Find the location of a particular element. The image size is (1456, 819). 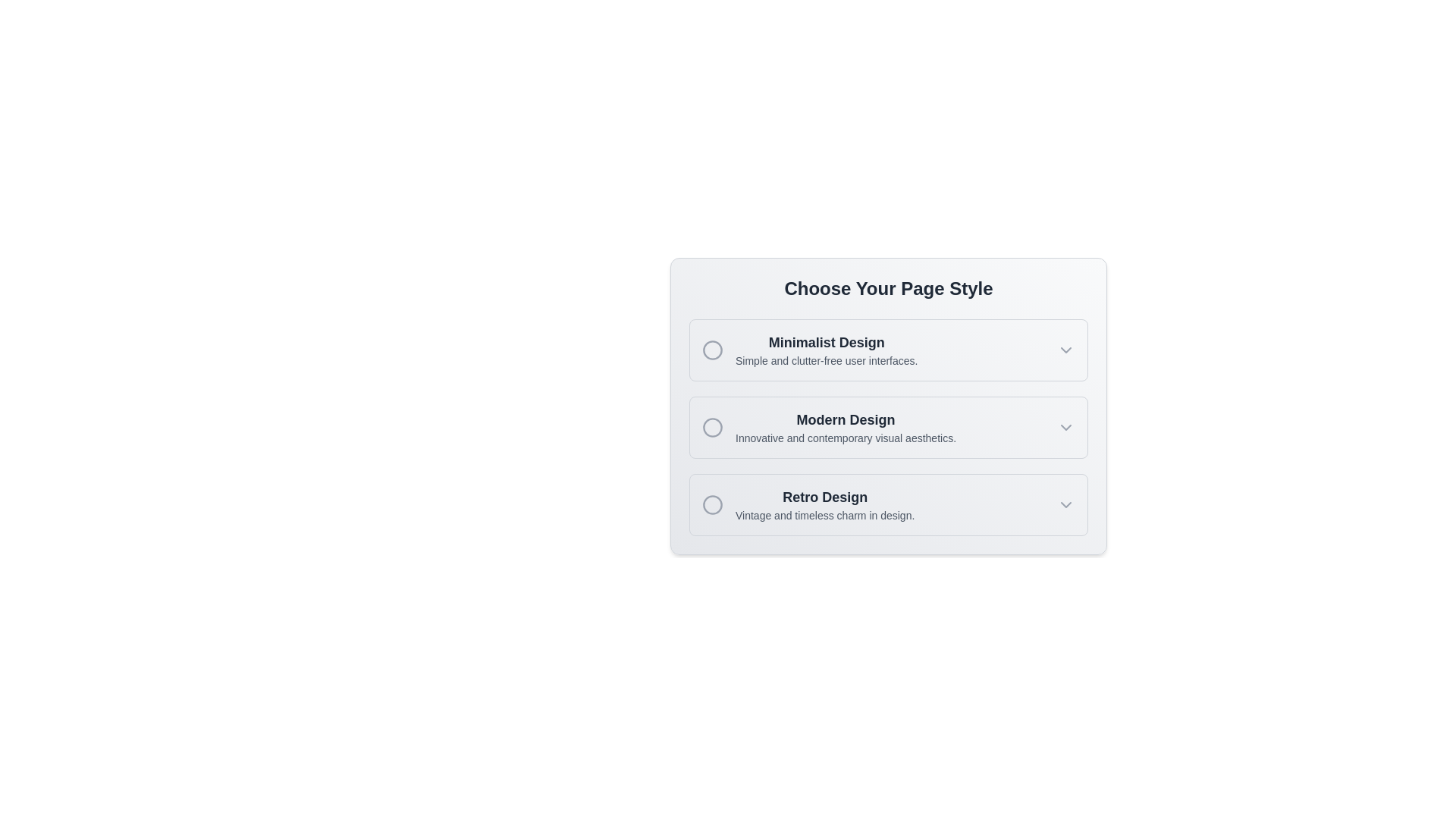

the bold, large textual header that reads 'Choose Your Page Style', which is centered at the top of the card-like selection interface is located at coordinates (888, 289).